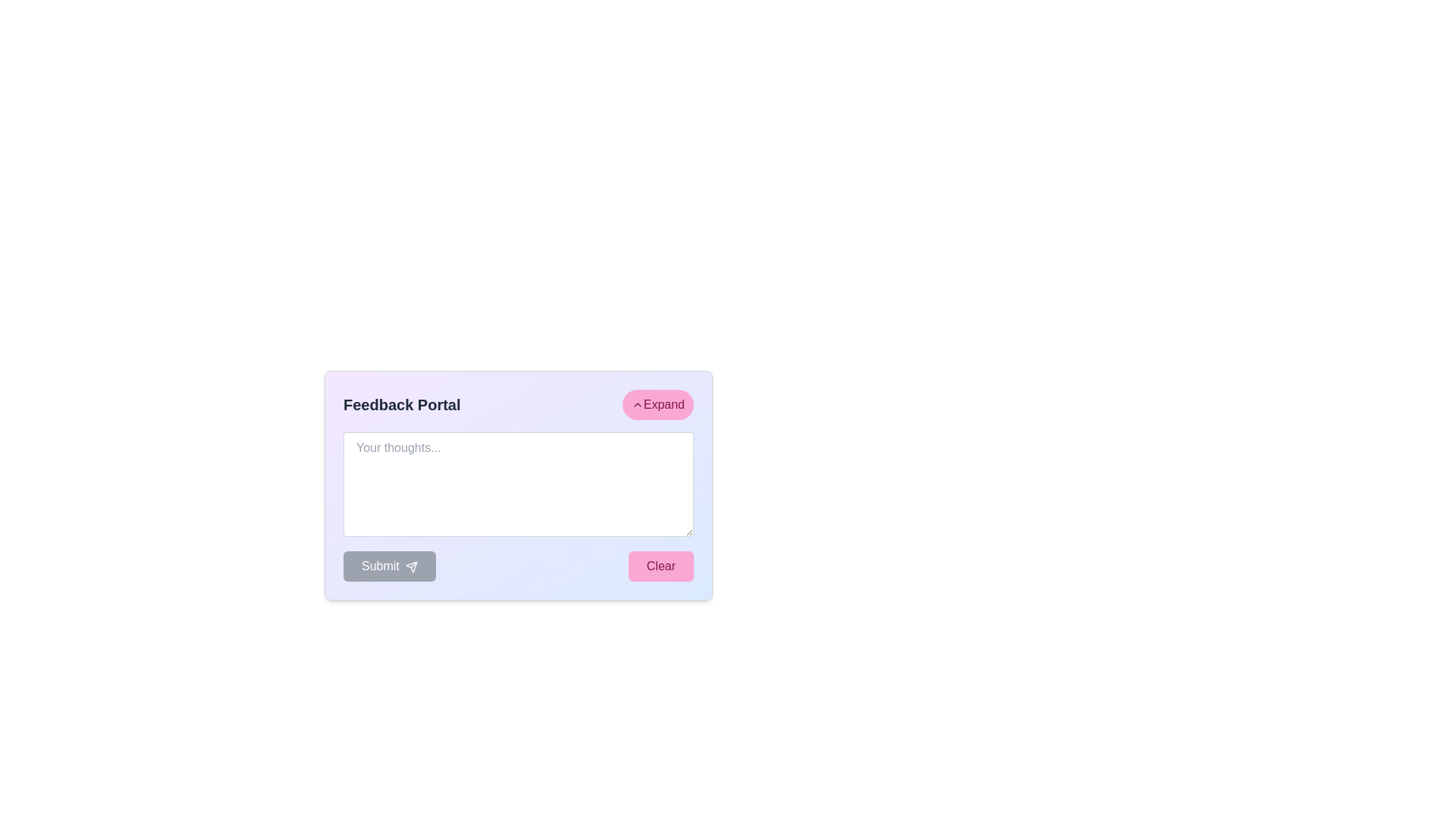 This screenshot has height=819, width=1456. What do you see at coordinates (412, 566) in the screenshot?
I see `the 'Submit' button by clicking on the graphical icon resembling a paper plane, which is located on the right side of the button's text` at bounding box center [412, 566].